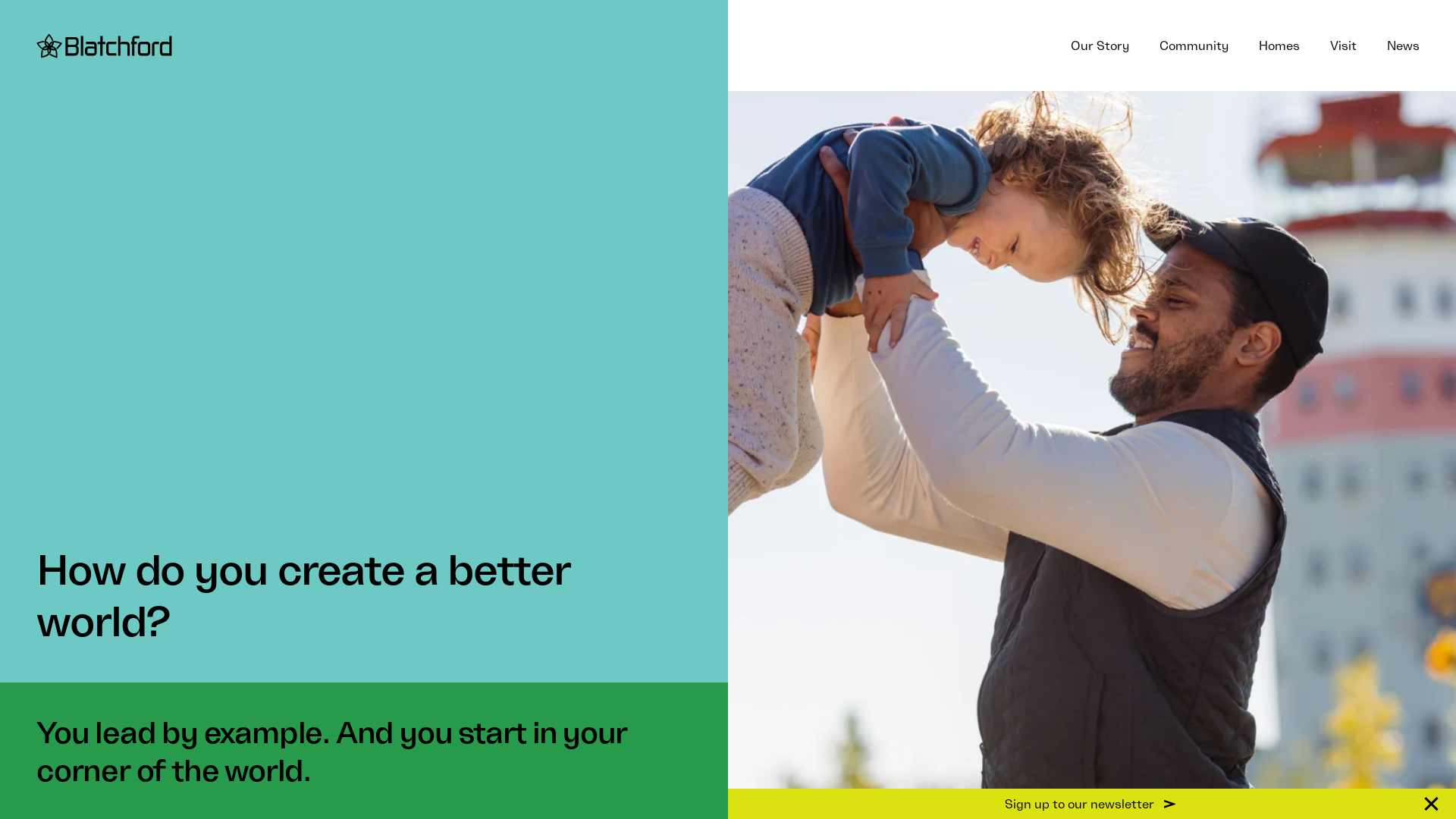 The width and height of the screenshot is (1456, 819). What do you see at coordinates (1100, 45) in the screenshot?
I see `'Our Story'` at bounding box center [1100, 45].